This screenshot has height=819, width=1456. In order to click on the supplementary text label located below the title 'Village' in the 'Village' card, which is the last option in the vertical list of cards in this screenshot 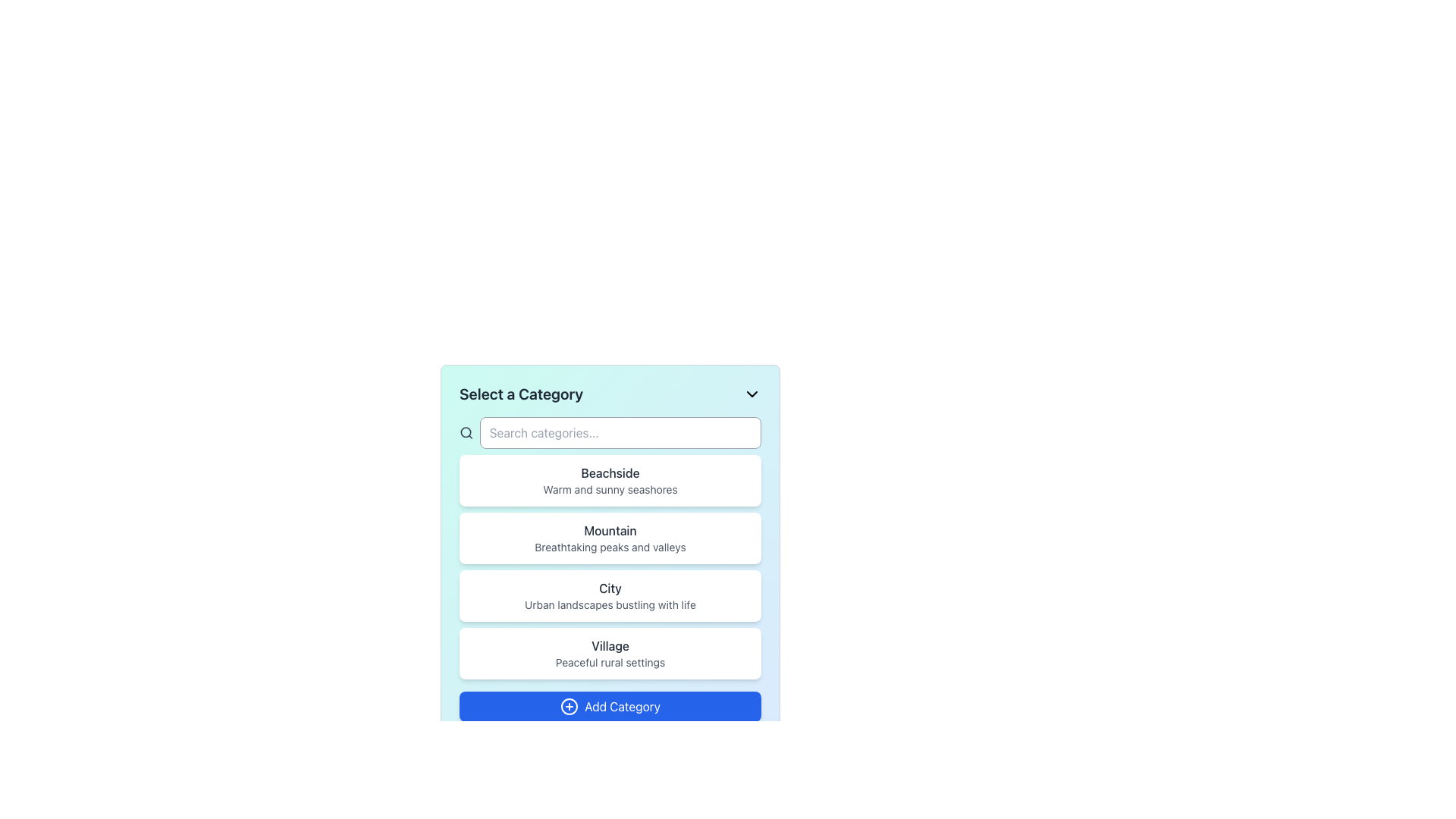, I will do `click(610, 662)`.